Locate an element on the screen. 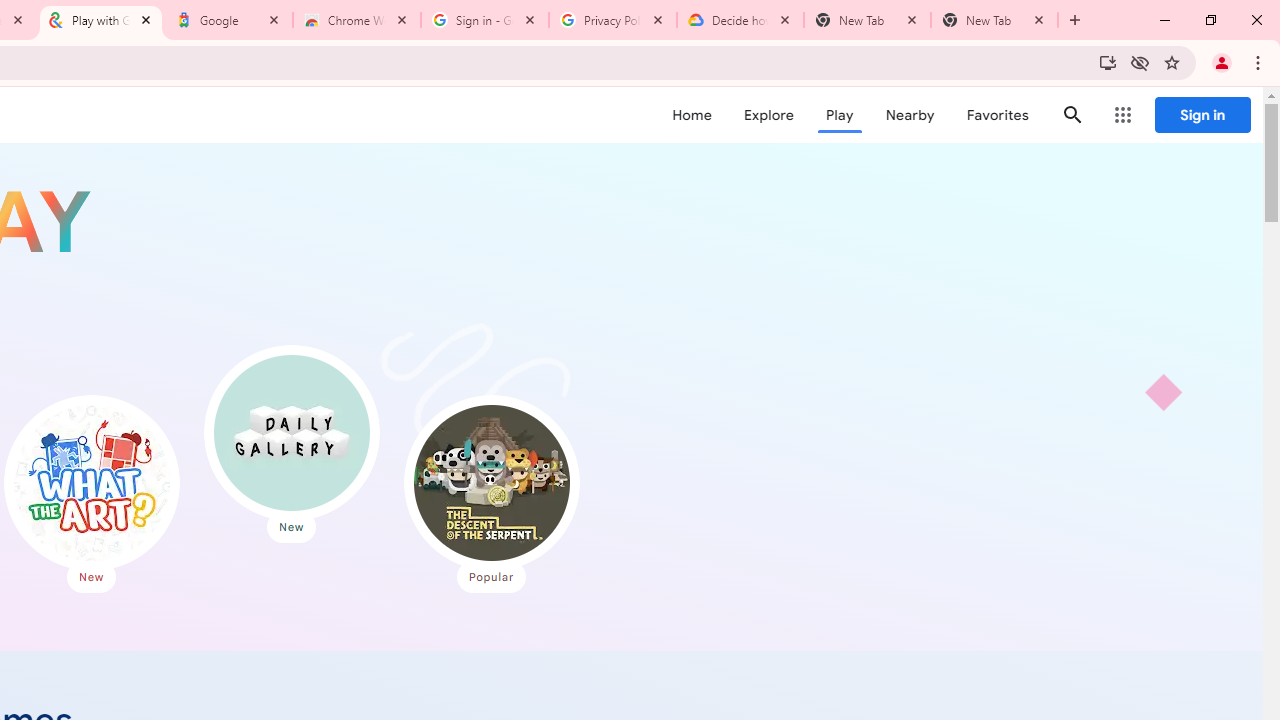  'Install Google Arts & Culture' is located at coordinates (1106, 61).